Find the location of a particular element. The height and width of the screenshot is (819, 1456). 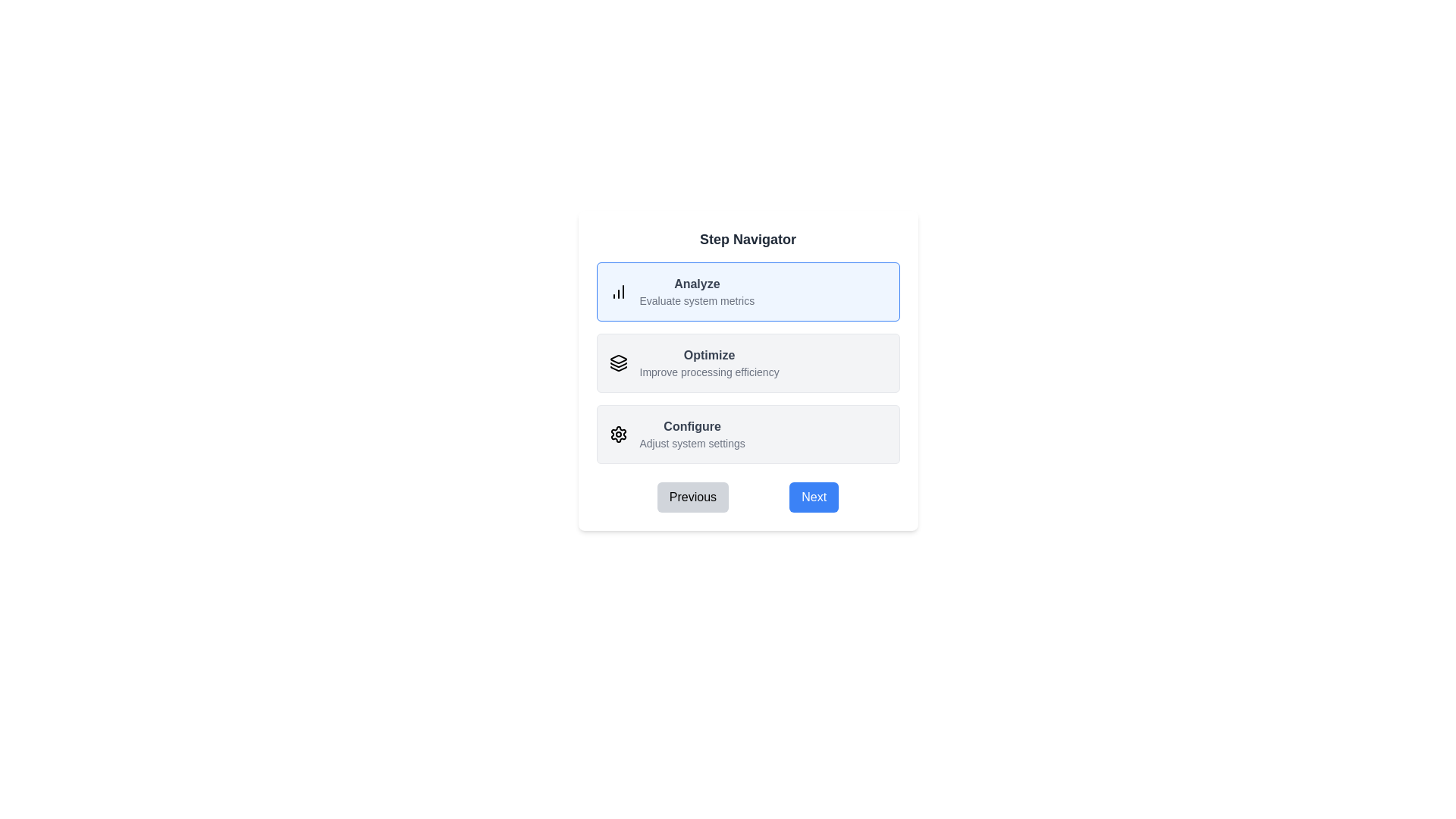

the gear icon associated with 'Configure Adjust system settings' in the Step Navigator section is located at coordinates (618, 435).